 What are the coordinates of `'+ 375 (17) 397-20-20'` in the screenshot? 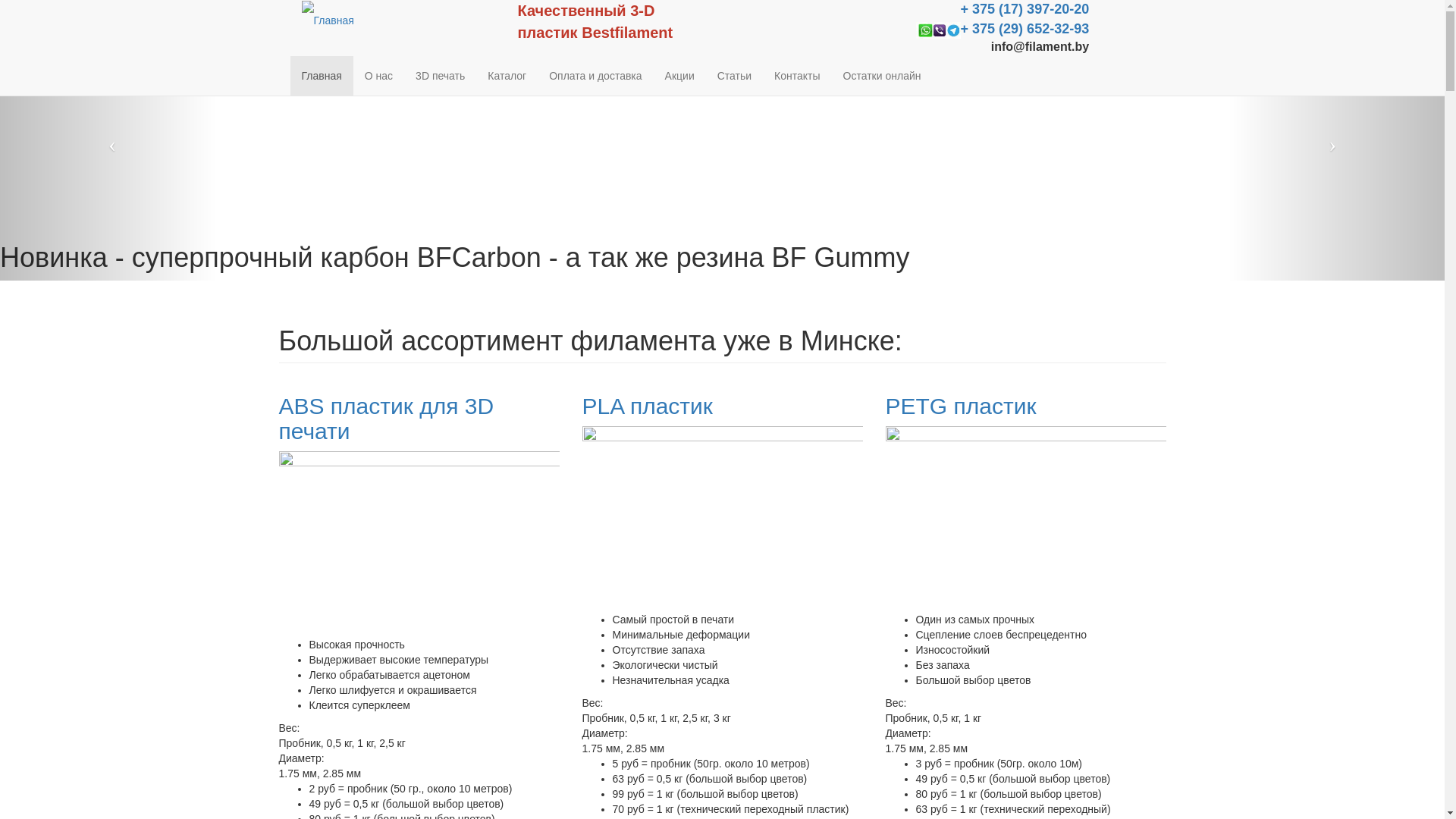 It's located at (960, 9).